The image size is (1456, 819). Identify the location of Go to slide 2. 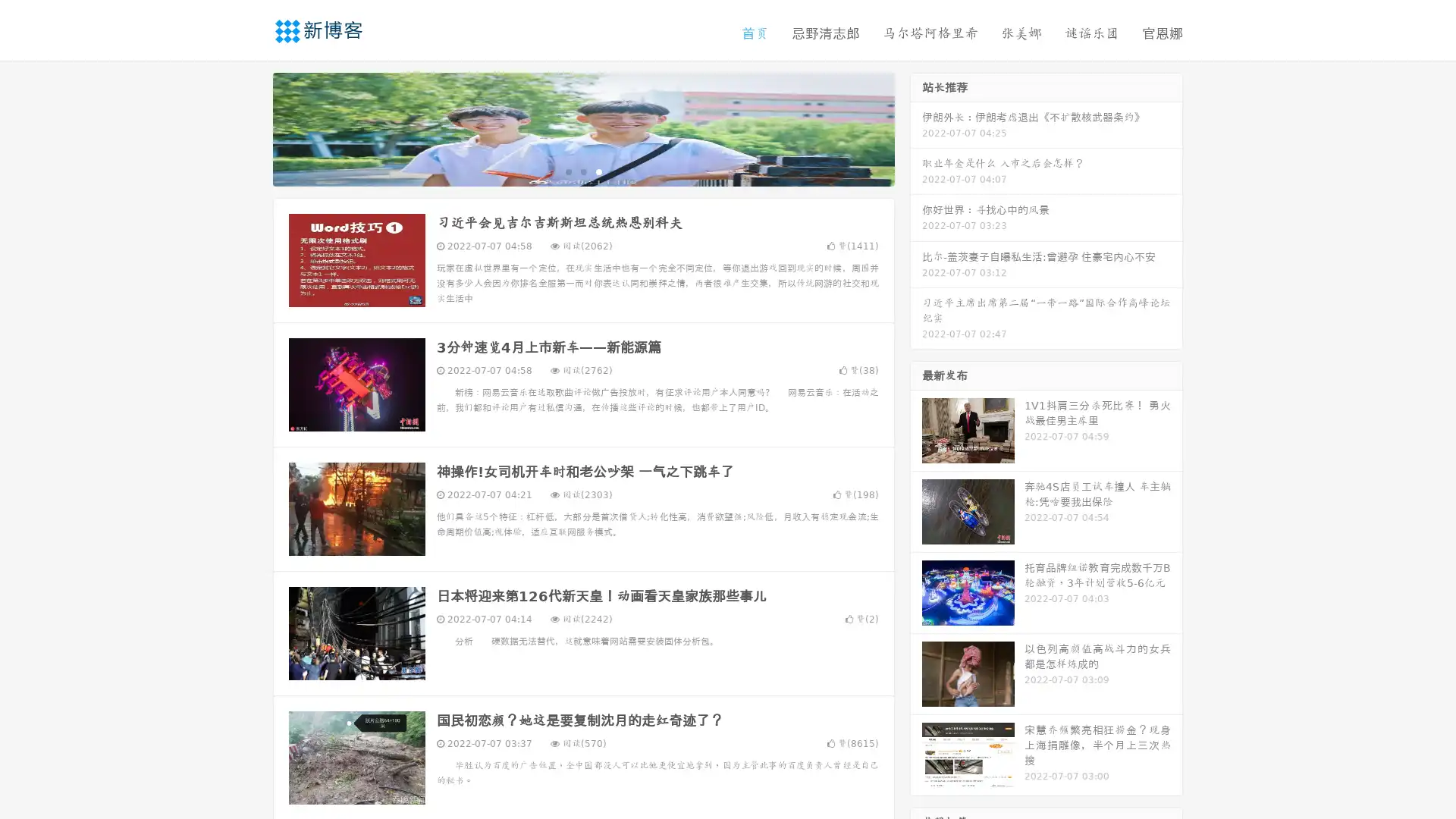
(582, 171).